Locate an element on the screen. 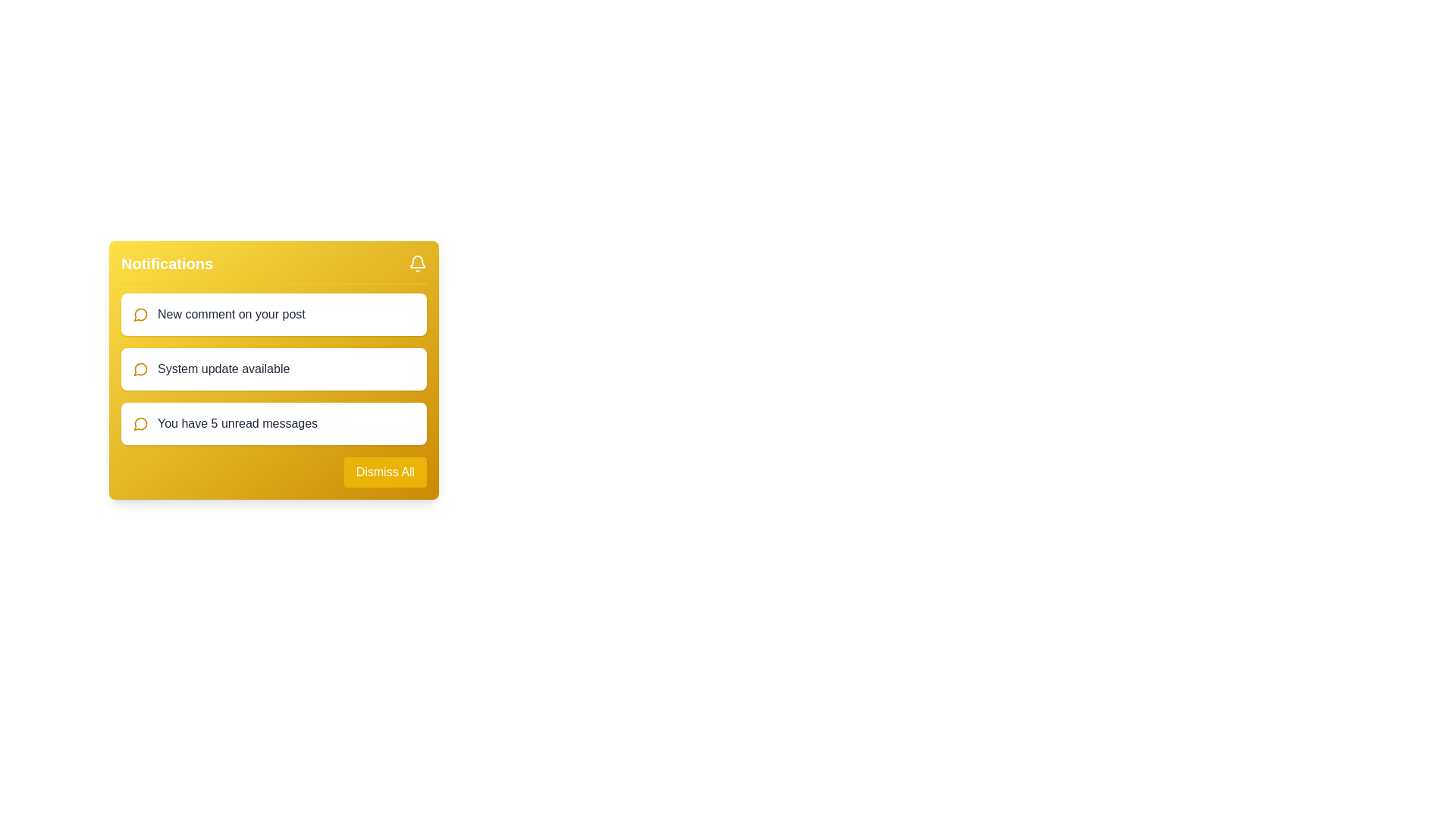 This screenshot has height=819, width=1456. the leftmost icon in the notification box that indicates a comment associated with the message 'New comment on your post' is located at coordinates (141, 314).